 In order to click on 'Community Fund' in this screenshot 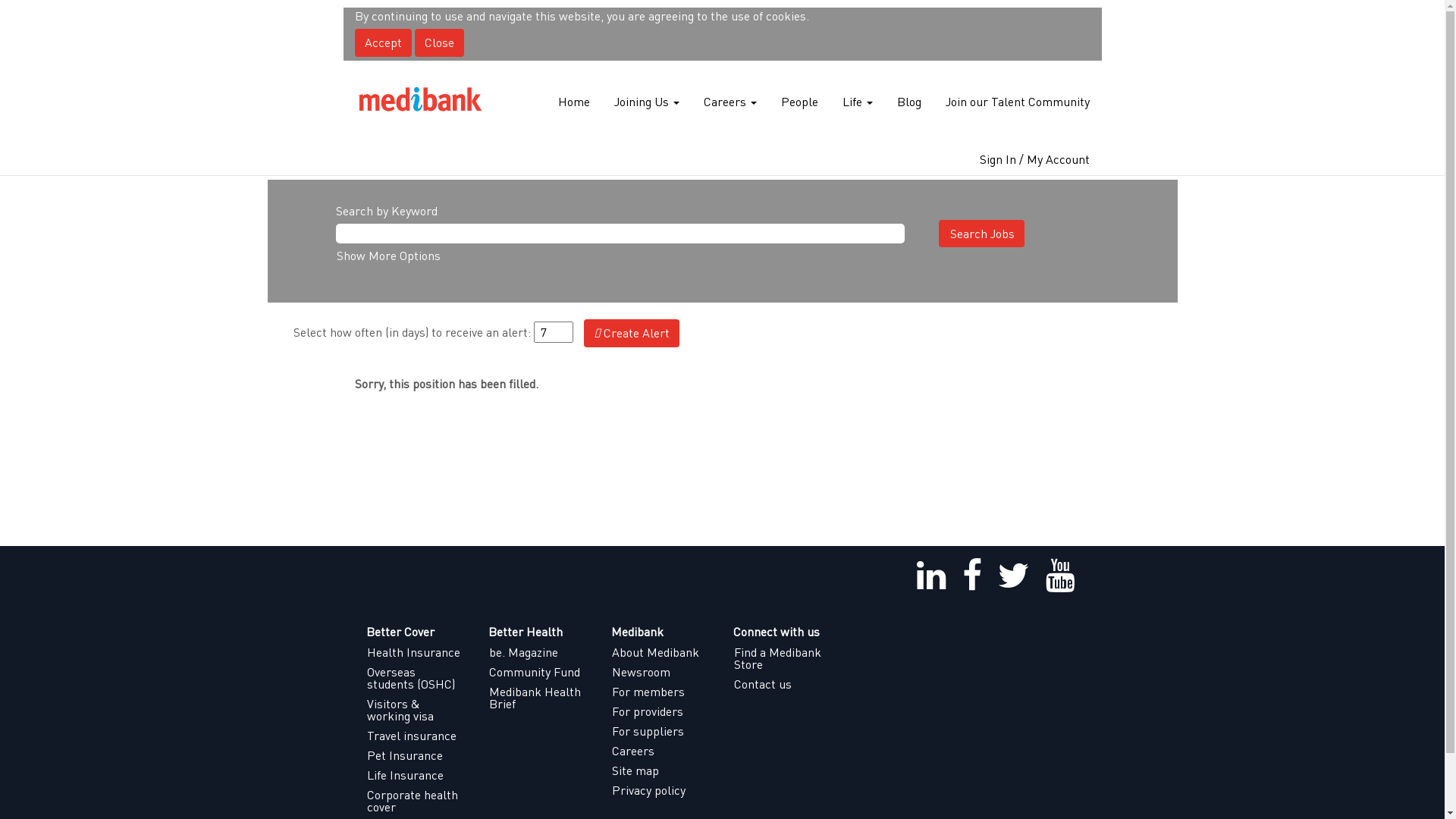, I will do `click(538, 671)`.